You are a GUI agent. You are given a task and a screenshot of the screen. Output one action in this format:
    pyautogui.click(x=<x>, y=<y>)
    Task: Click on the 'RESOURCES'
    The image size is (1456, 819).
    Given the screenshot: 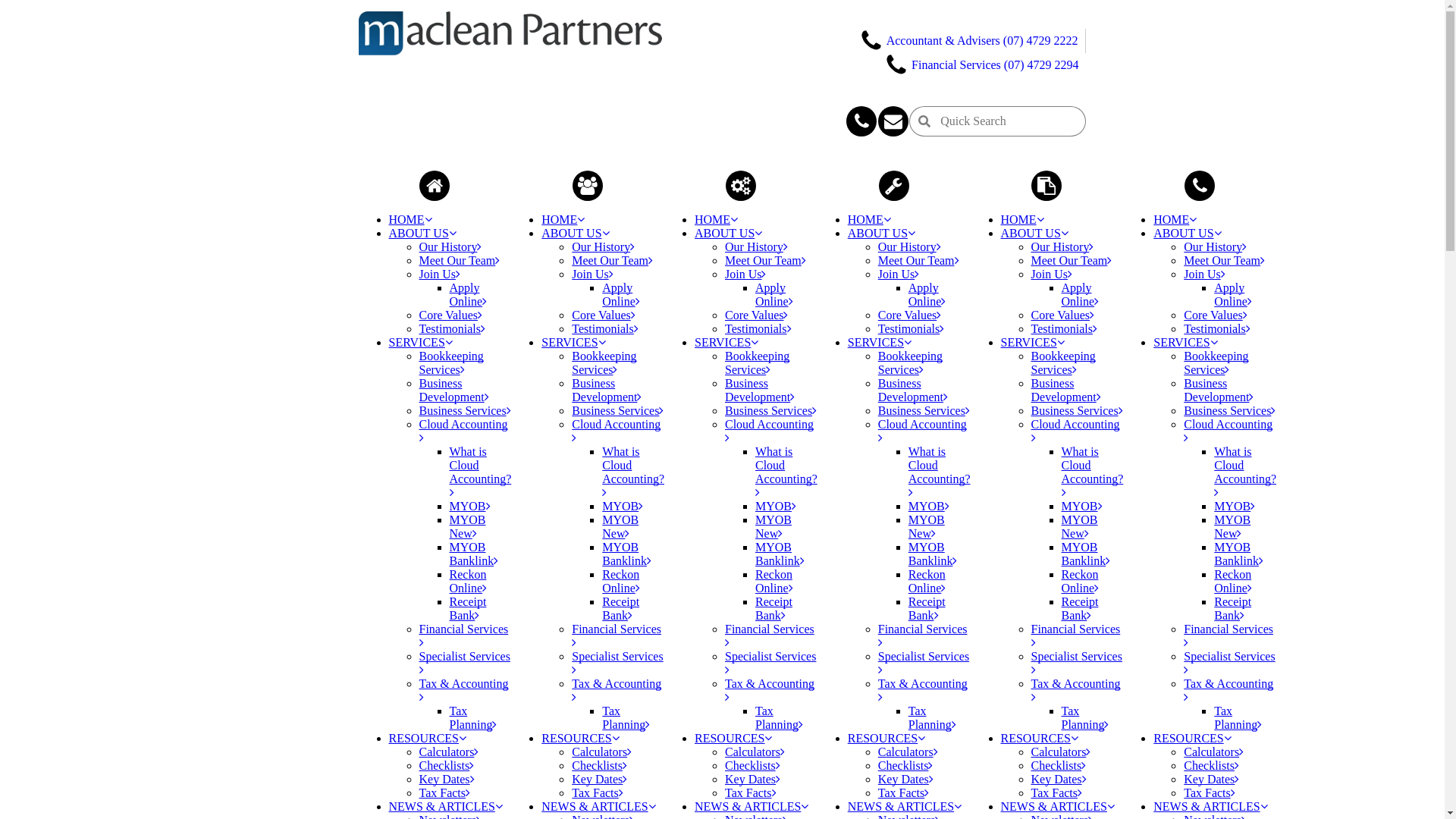 What is the action you would take?
    pyautogui.click(x=847, y=737)
    